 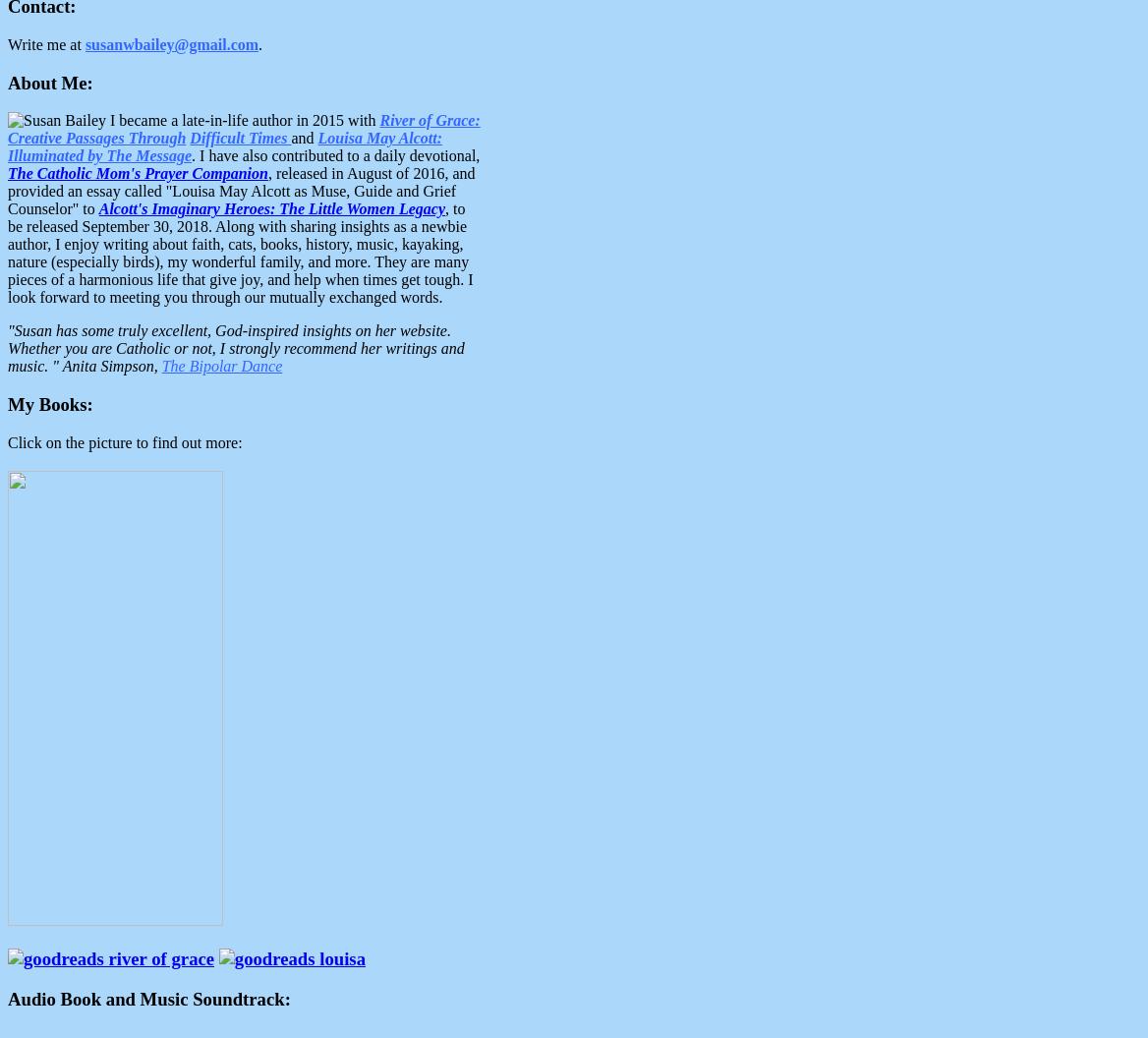 What do you see at coordinates (123, 441) in the screenshot?
I see `'Click on the picture to find out more:'` at bounding box center [123, 441].